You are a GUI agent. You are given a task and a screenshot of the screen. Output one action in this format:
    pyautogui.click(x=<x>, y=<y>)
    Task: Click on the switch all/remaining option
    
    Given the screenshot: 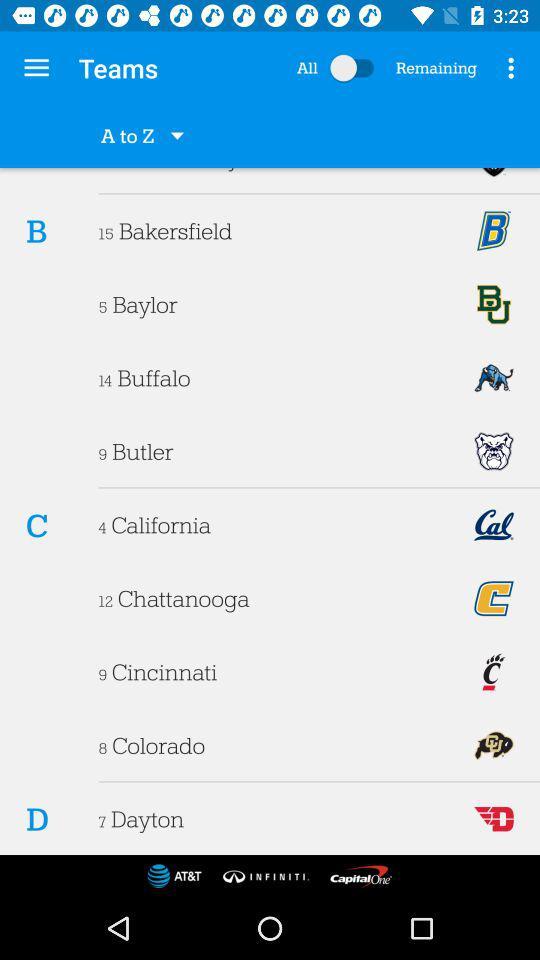 What is the action you would take?
    pyautogui.click(x=355, y=68)
    